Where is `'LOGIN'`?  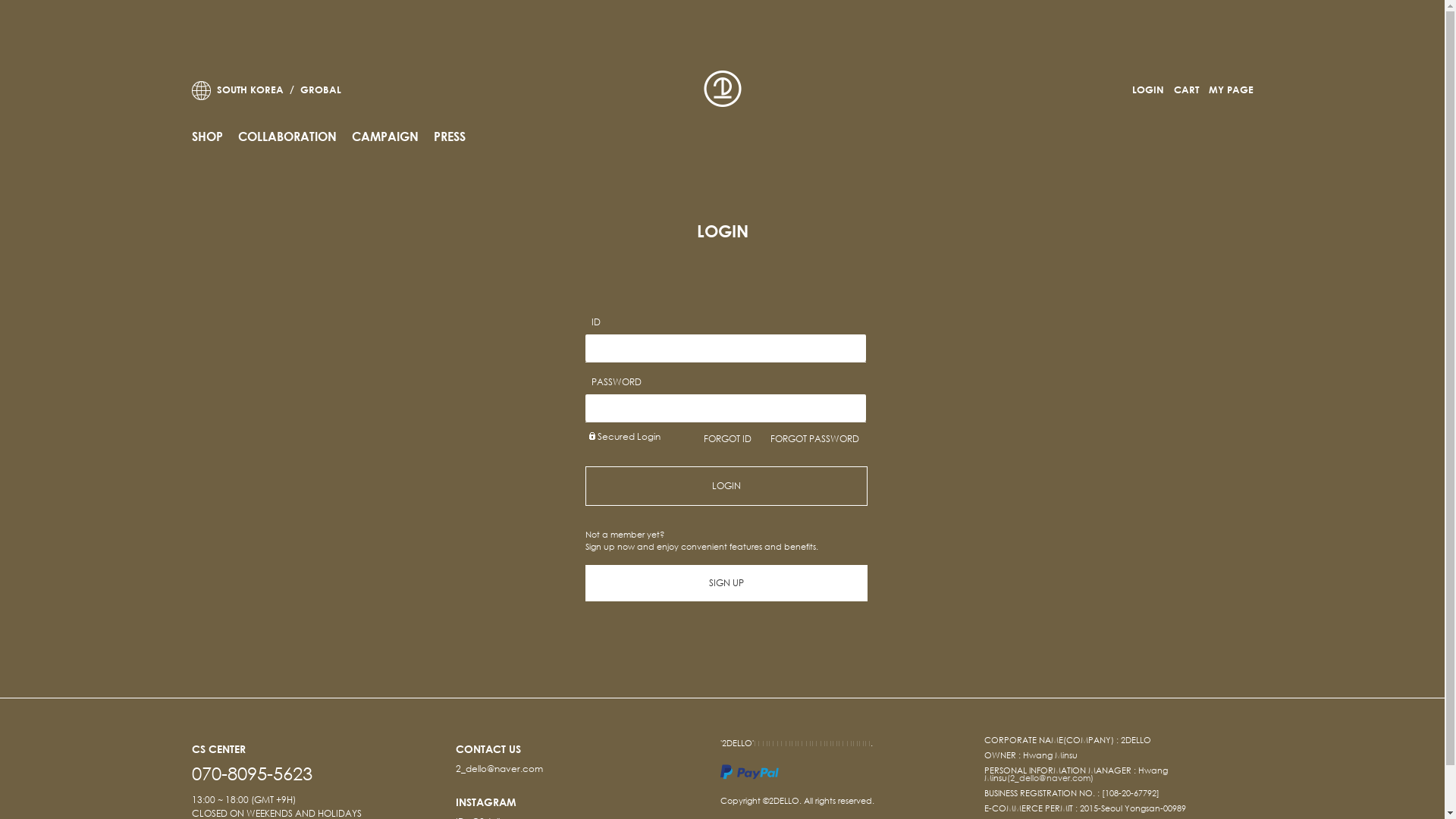
'LOGIN' is located at coordinates (1143, 89).